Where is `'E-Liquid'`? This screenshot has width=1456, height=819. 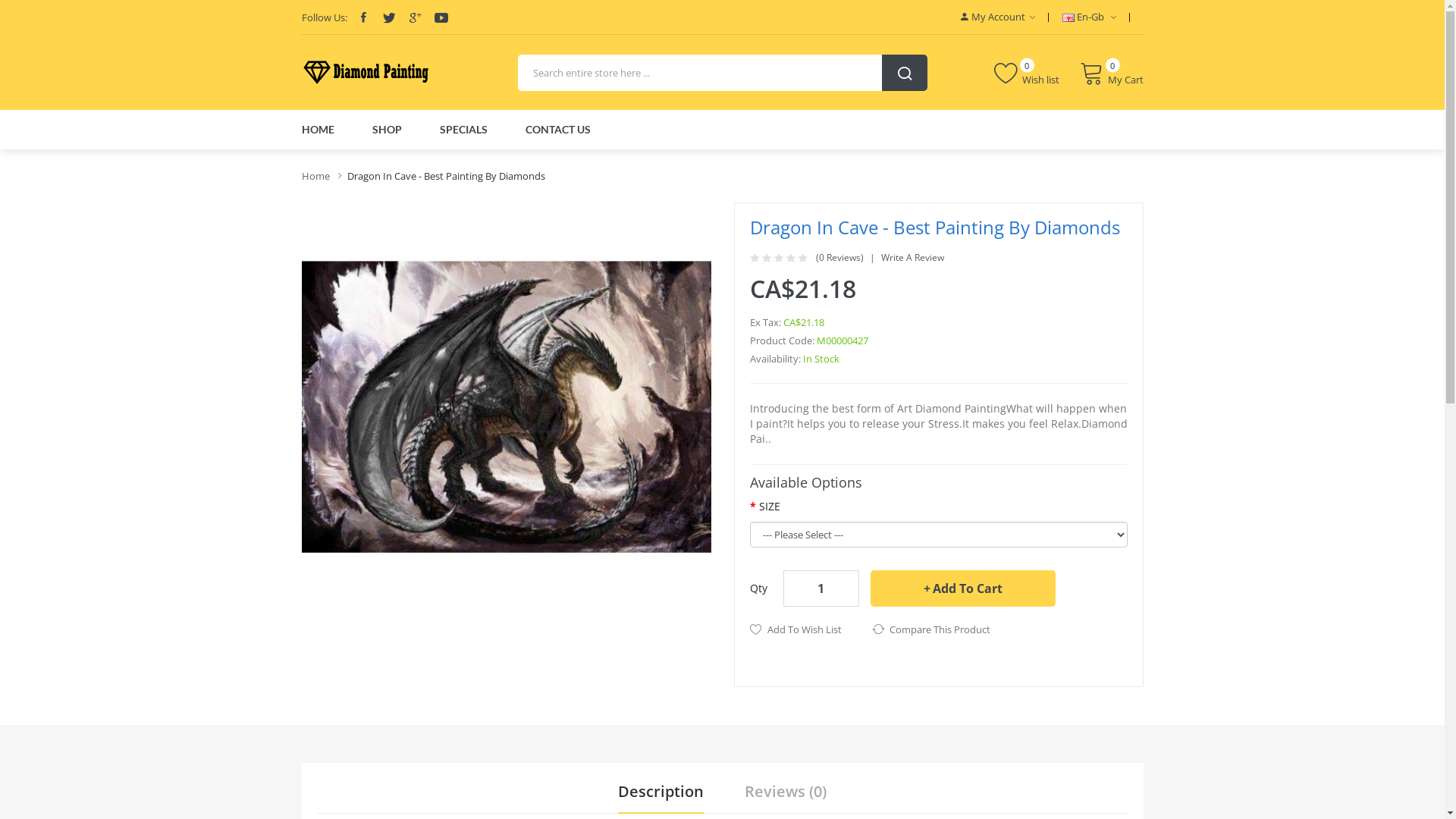 'E-Liquid' is located at coordinates (398, 156).